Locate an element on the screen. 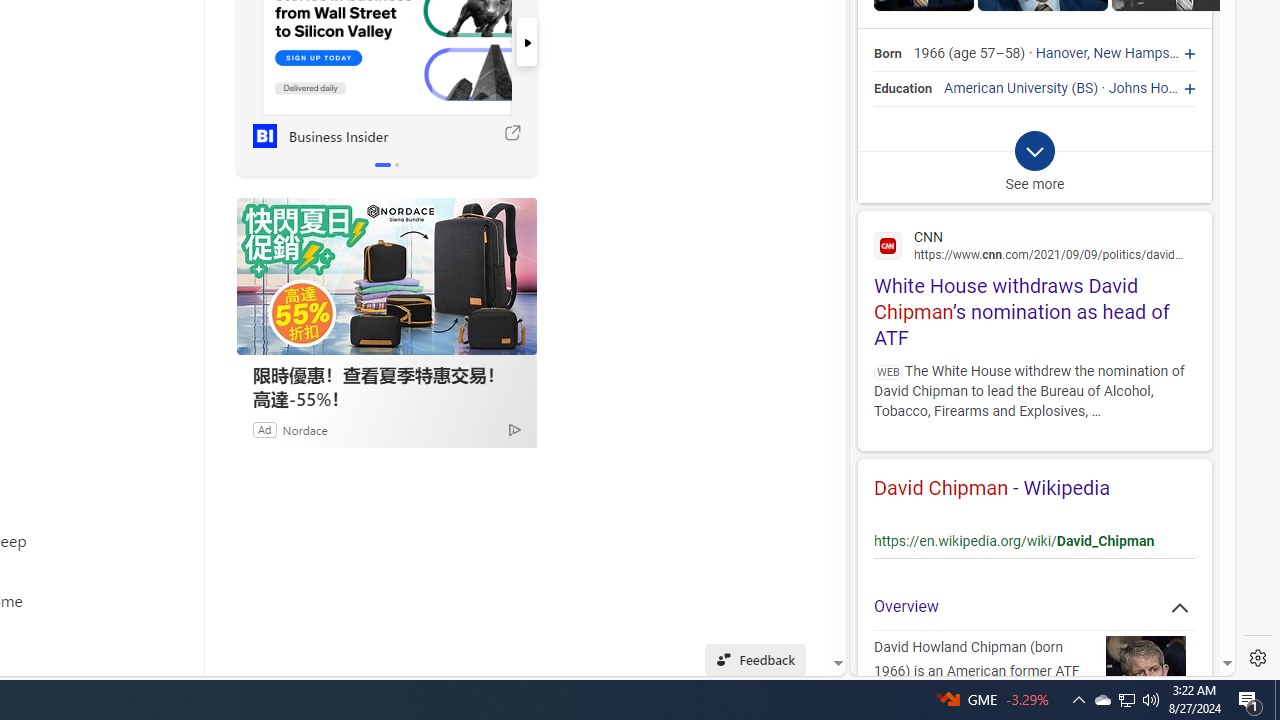 This screenshot has height=720, width=1280. 'Hanover' is located at coordinates (1060, 53).